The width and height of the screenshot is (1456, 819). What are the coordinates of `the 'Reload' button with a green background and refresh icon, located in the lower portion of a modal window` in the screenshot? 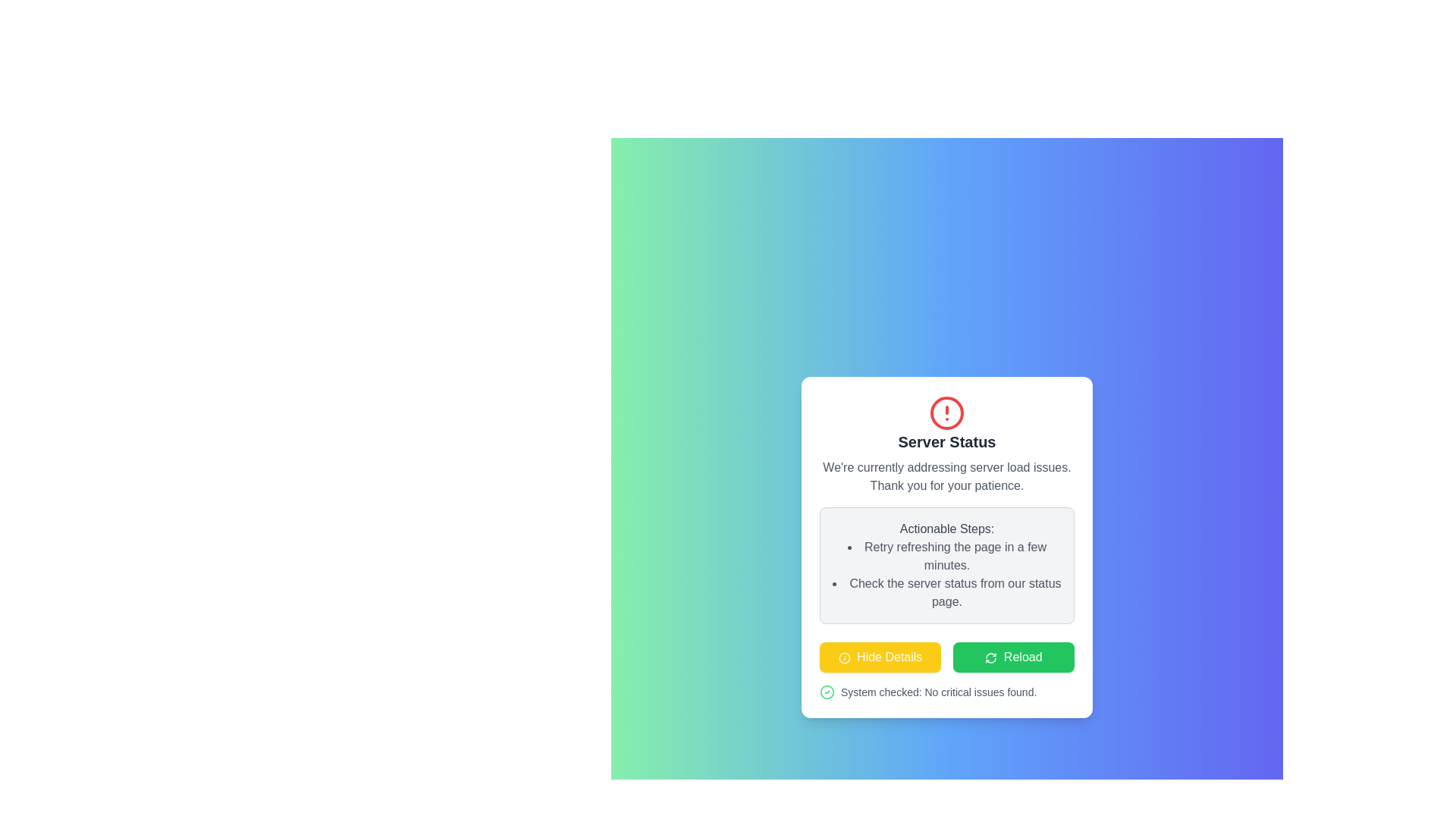 It's located at (1014, 657).